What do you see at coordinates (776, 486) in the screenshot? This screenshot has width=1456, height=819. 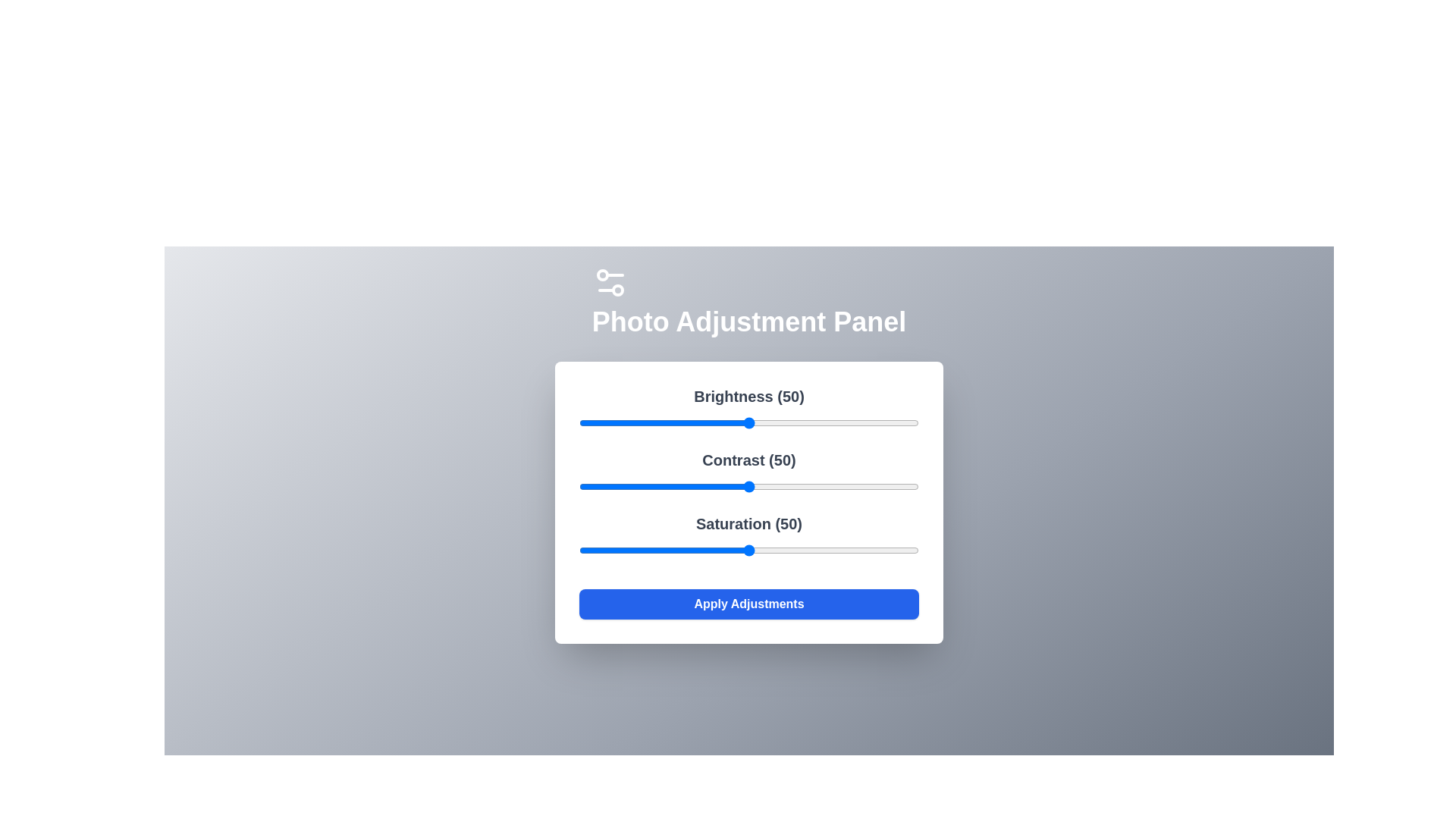 I see `the 1 slider to 58` at bounding box center [776, 486].